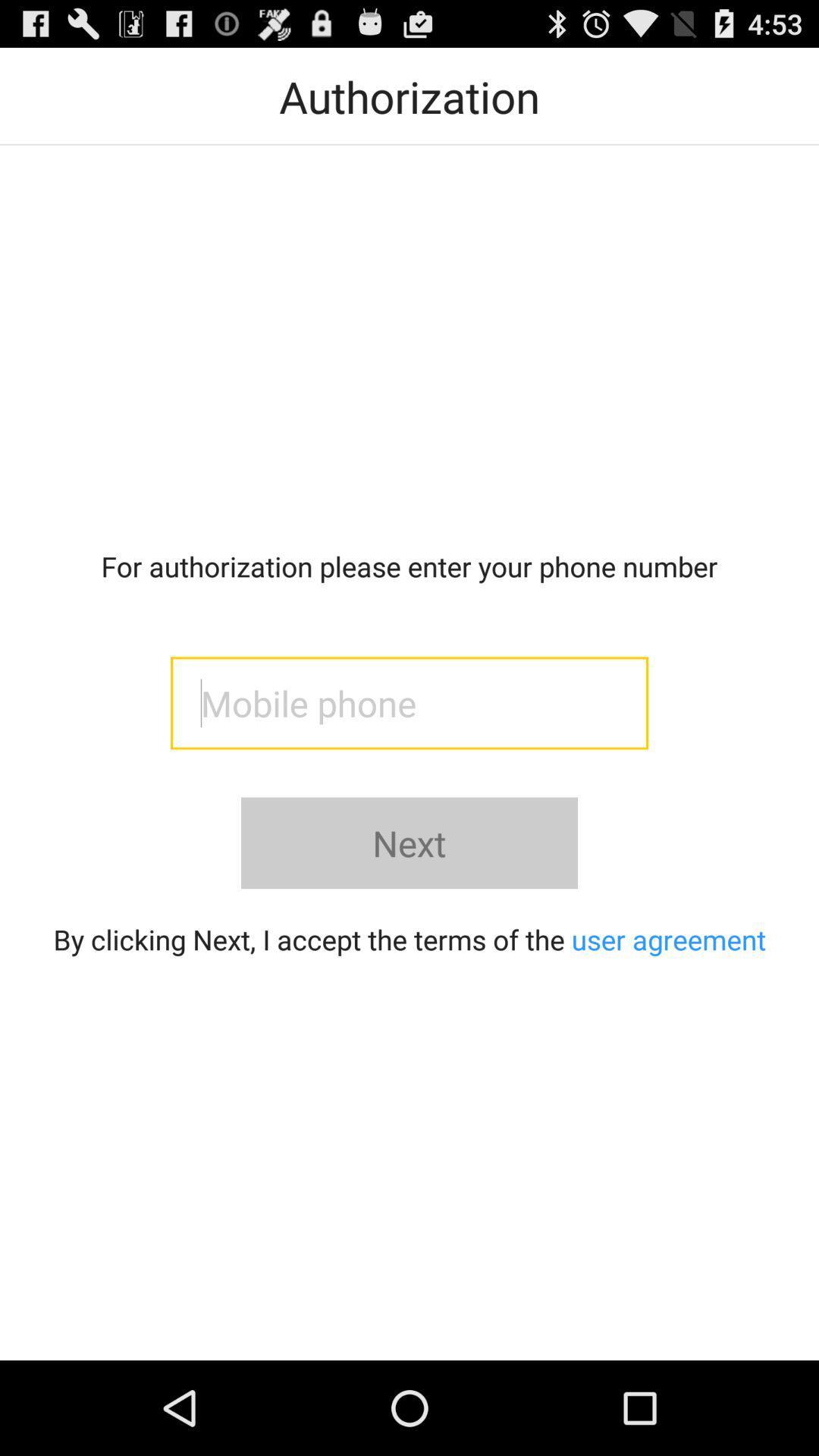 The image size is (819, 1456). Describe the element at coordinates (409, 938) in the screenshot. I see `the by clicking next item` at that location.